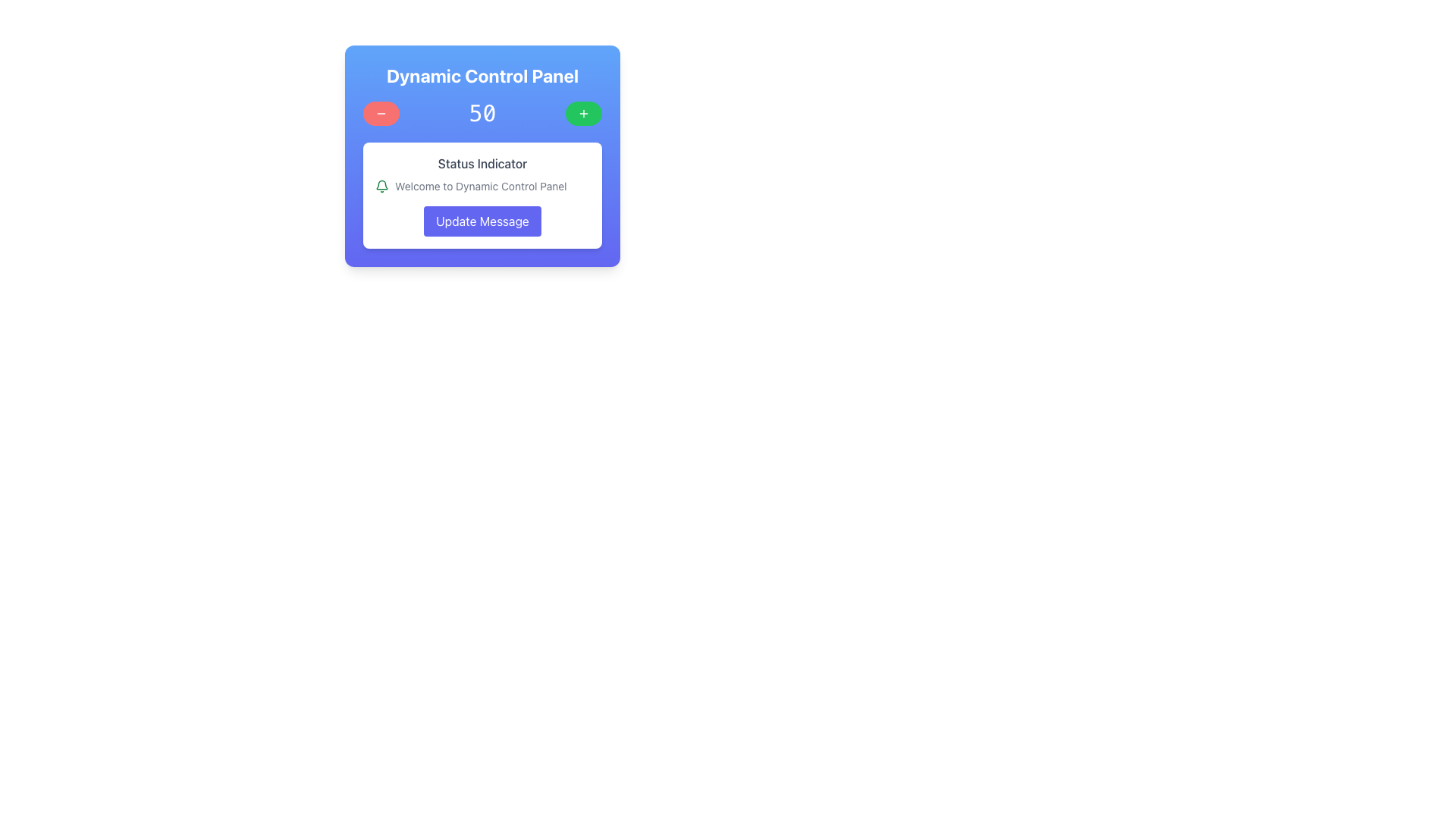 The height and width of the screenshot is (819, 1456). Describe the element at coordinates (482, 221) in the screenshot. I see `the button located at the lower section of a white, rounded, and shadowed card component, which executes an 'Update Message' operation when clicked` at that location.